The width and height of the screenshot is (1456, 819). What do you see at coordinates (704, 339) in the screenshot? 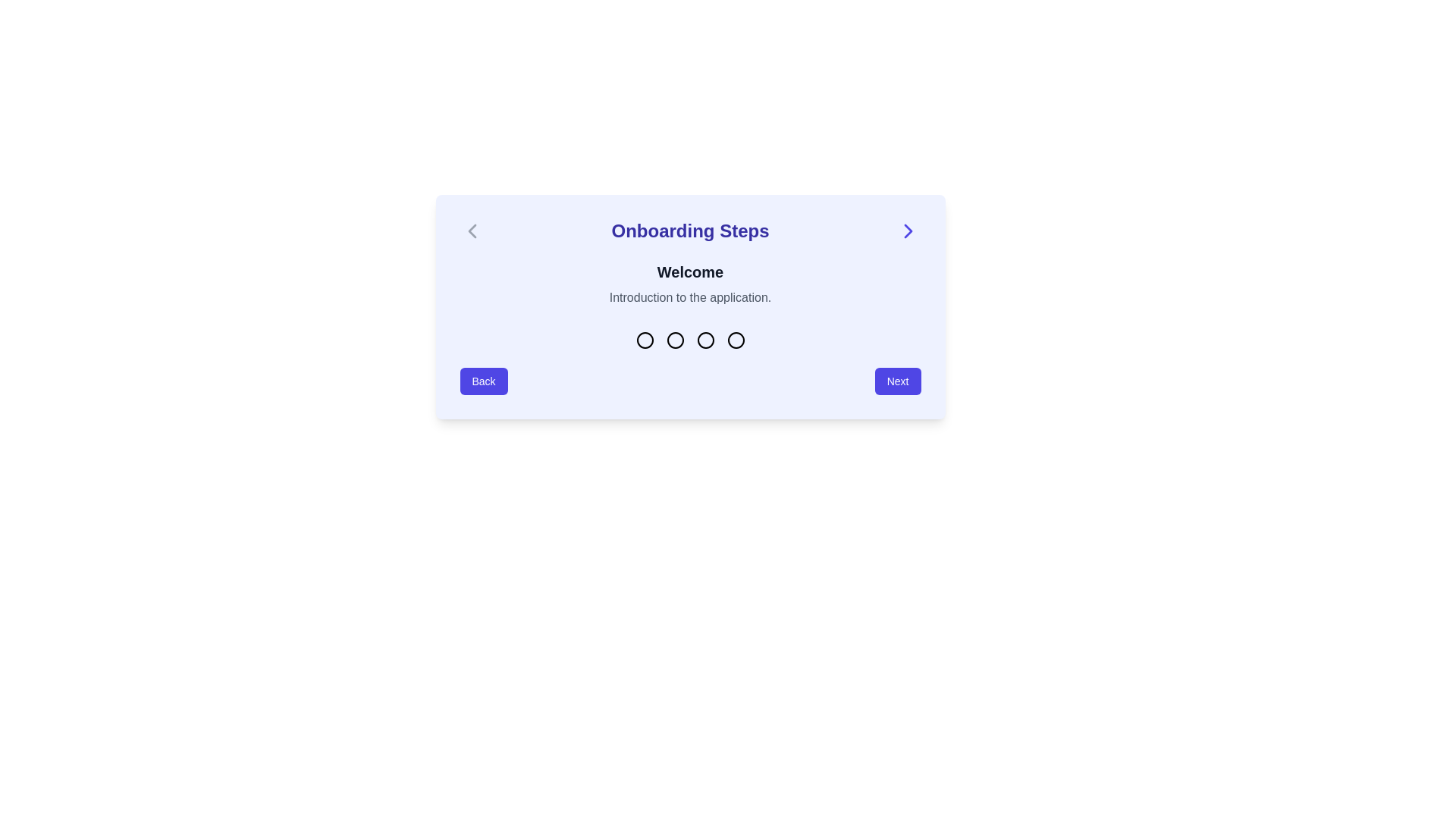
I see `the third circle of the progress indicator, which represents one step in the onboarding process located beneath the heading 'Onboarding Steps'` at bounding box center [704, 339].